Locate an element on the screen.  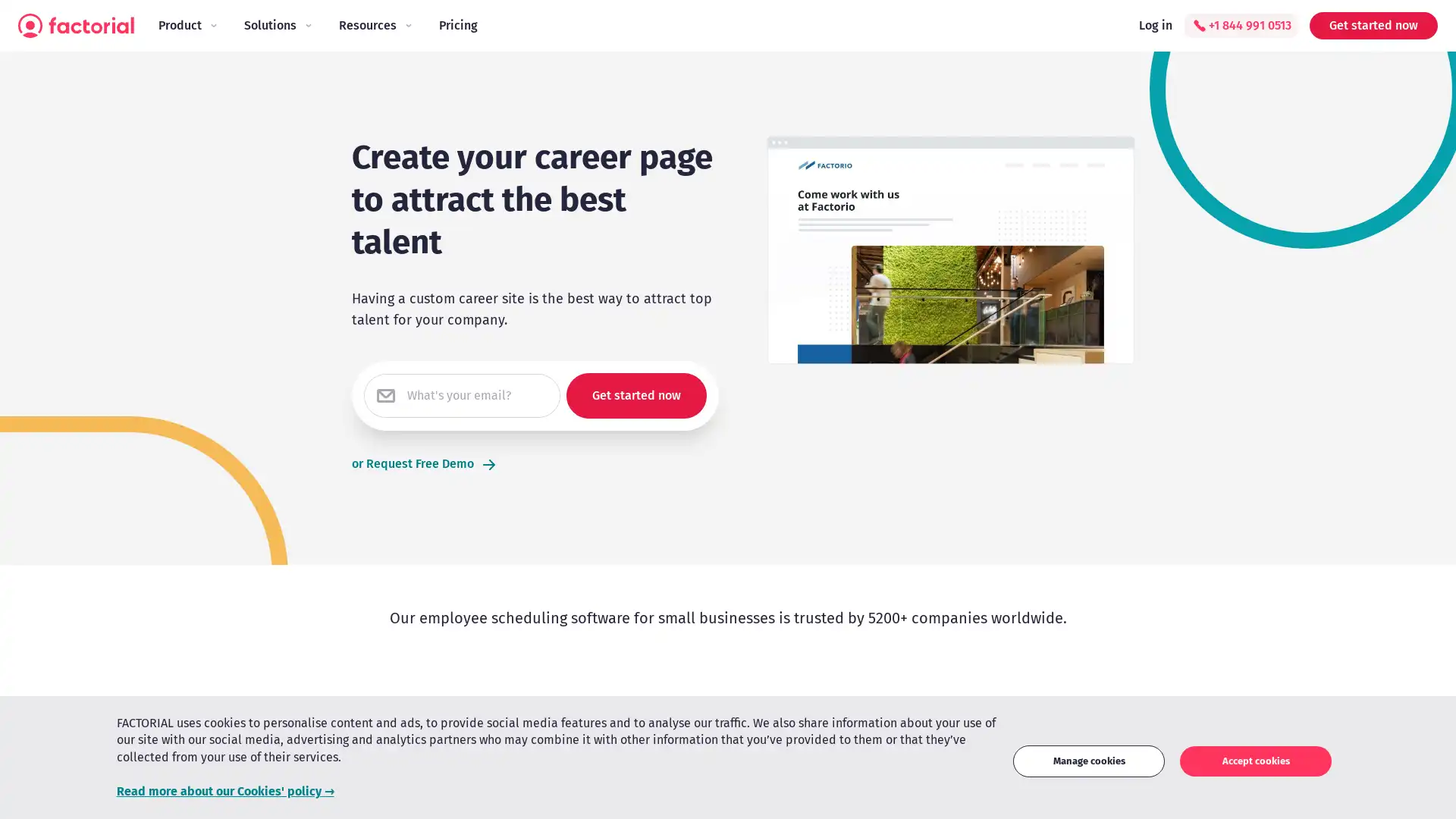
Accept cookies is located at coordinates (1256, 761).